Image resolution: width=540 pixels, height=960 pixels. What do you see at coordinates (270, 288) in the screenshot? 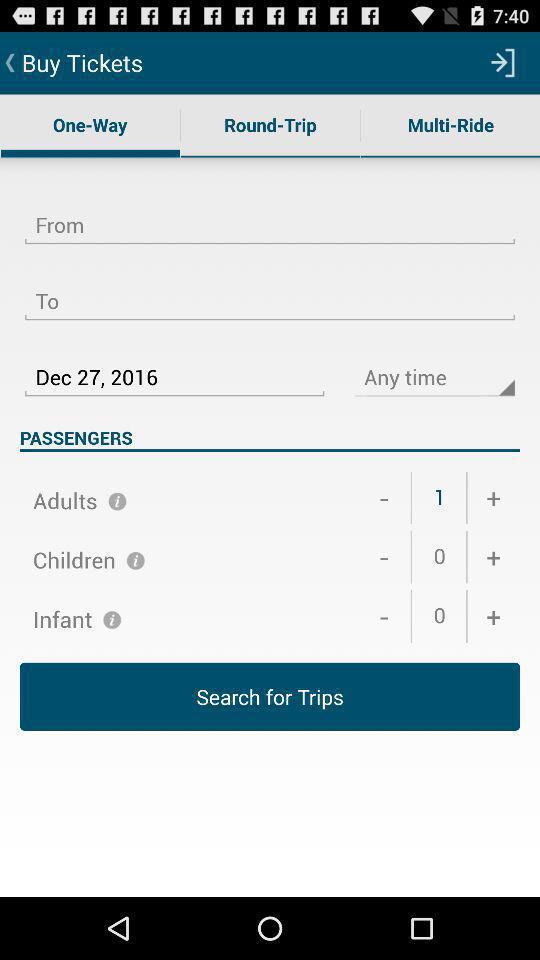
I see `the item above dec 27, 2016 item` at bounding box center [270, 288].